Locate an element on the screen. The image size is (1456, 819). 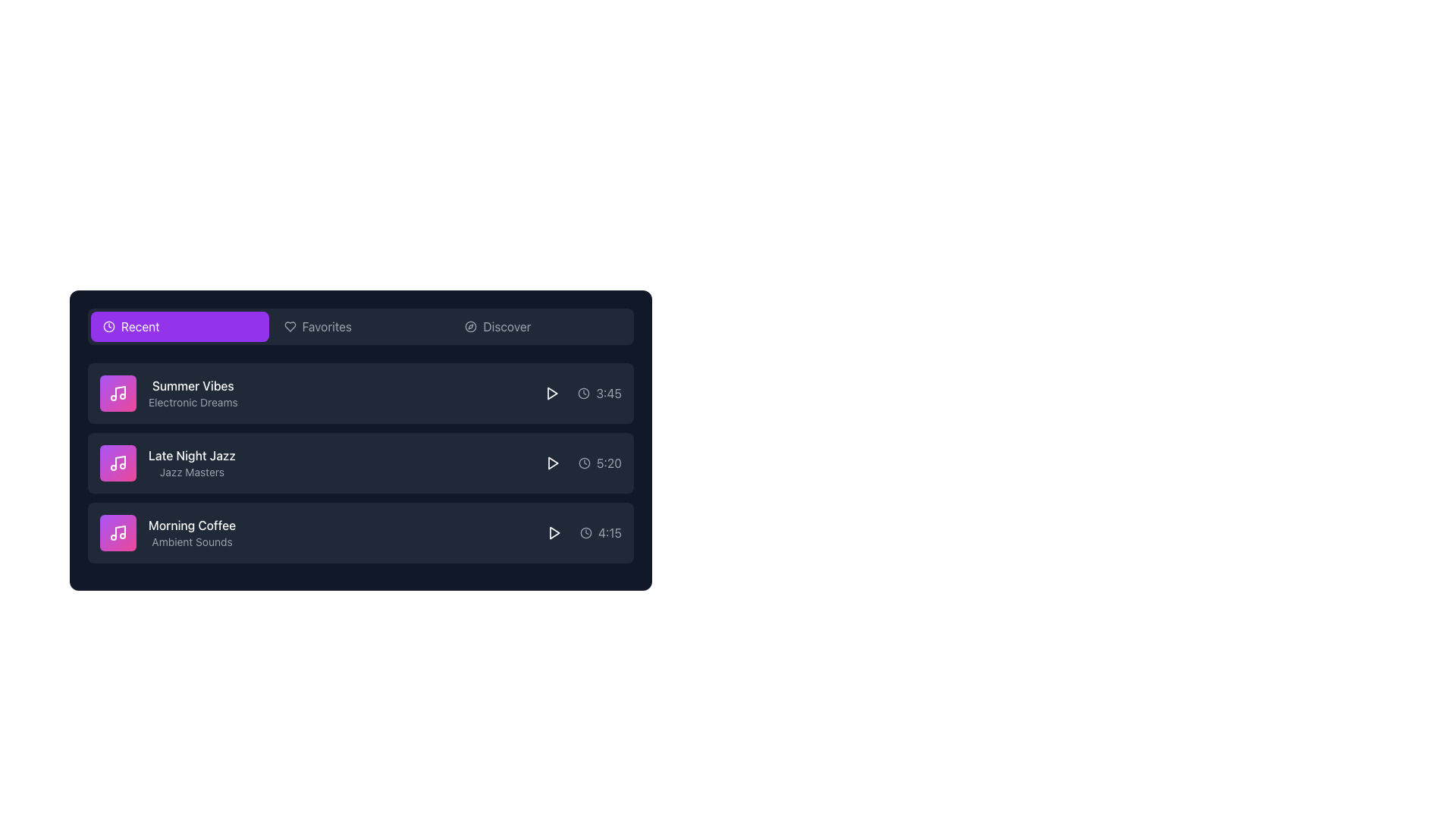
the text label 'Jazz Masters' which is a small light gray label positioned below the larger label 'Late Night Jazz' against a dark background is located at coordinates (191, 472).